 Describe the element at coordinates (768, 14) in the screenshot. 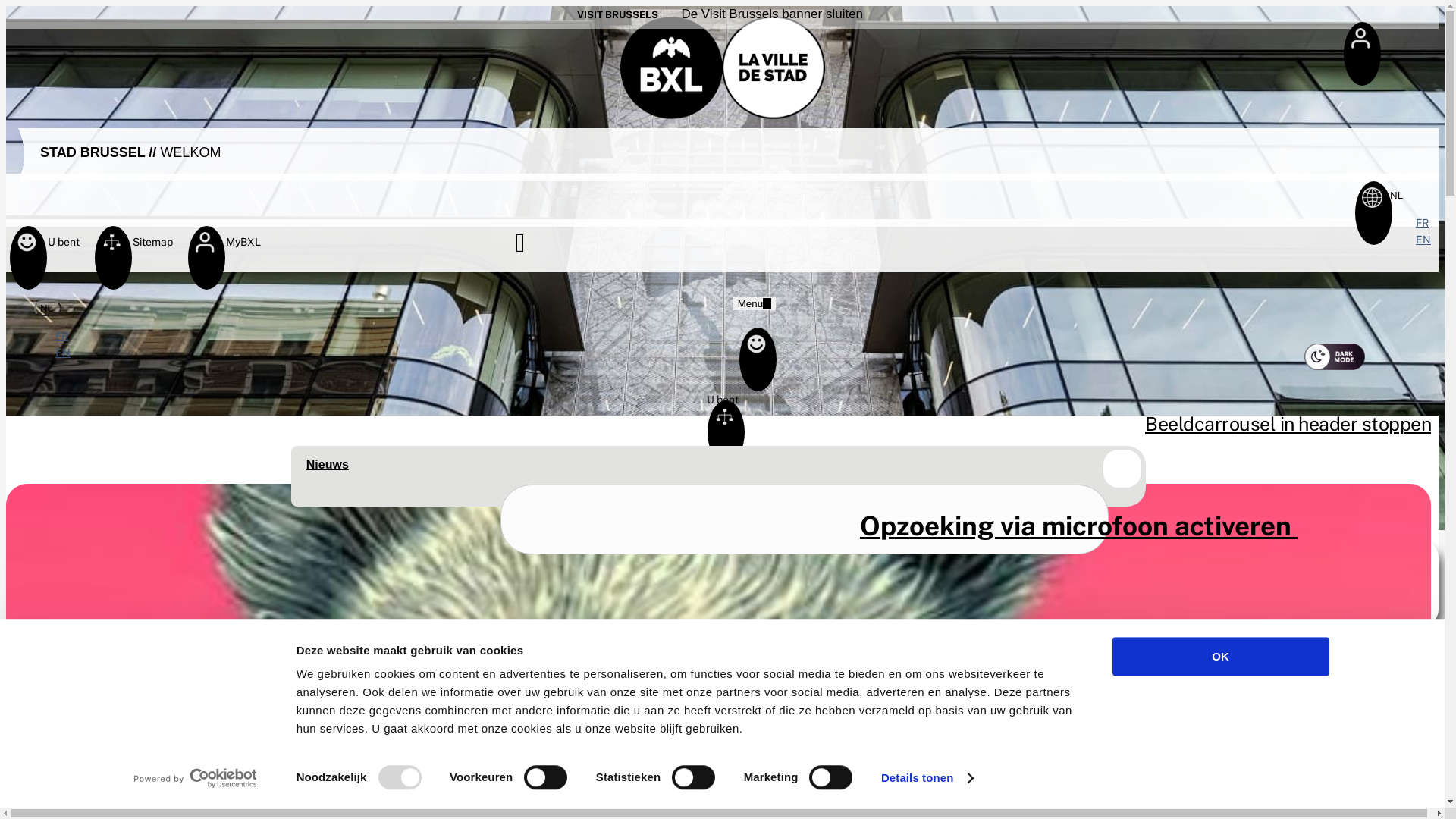

I see `'  De Visit Brussels banner sluiten'` at that location.